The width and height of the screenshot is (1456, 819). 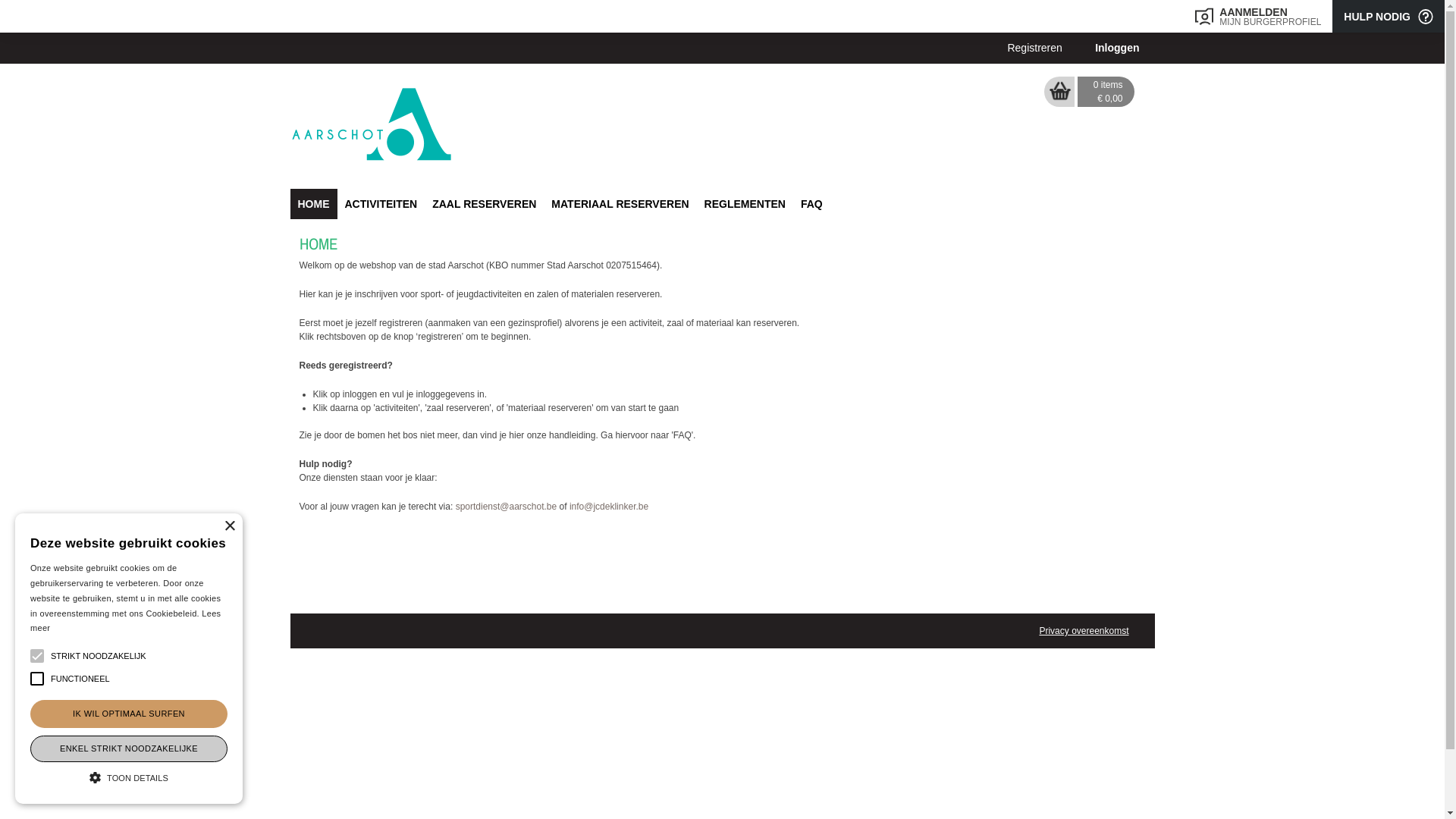 What do you see at coordinates (608, 506) in the screenshot?
I see `'info@jcdeklinker.be'` at bounding box center [608, 506].